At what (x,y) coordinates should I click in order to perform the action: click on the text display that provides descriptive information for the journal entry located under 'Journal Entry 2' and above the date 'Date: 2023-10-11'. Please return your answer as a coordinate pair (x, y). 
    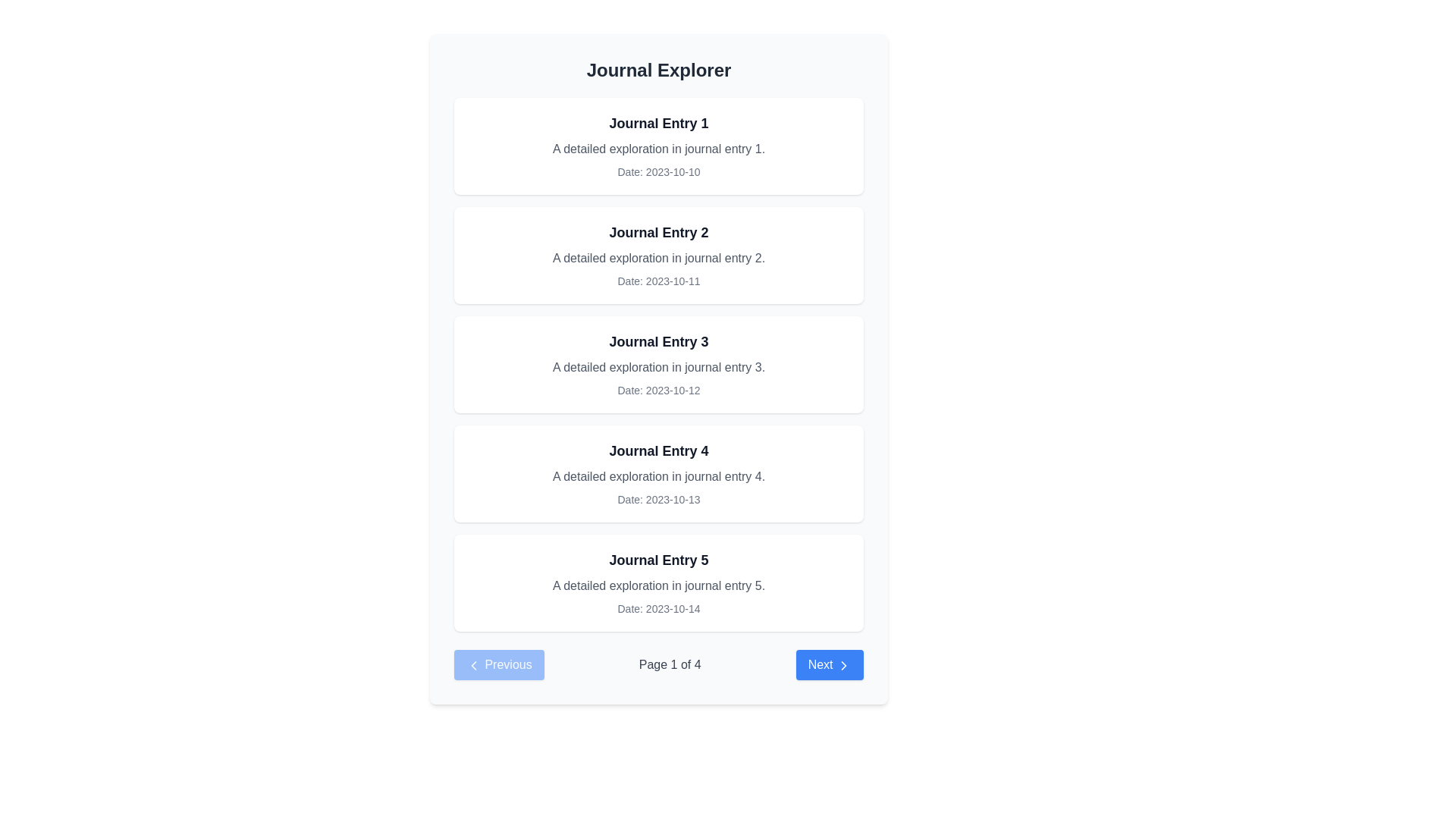
    Looking at the image, I should click on (658, 257).